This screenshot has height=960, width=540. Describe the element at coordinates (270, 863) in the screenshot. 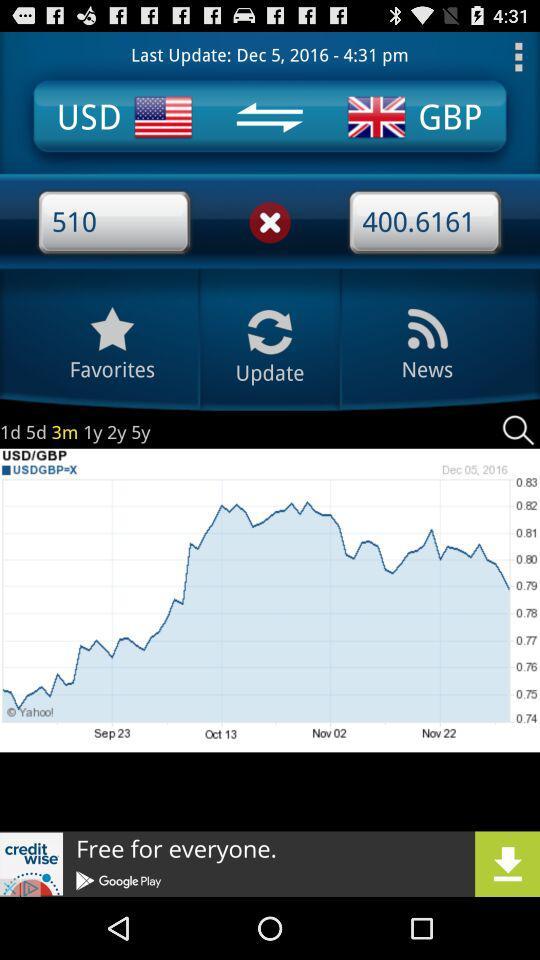

I see `click advertisement` at that location.